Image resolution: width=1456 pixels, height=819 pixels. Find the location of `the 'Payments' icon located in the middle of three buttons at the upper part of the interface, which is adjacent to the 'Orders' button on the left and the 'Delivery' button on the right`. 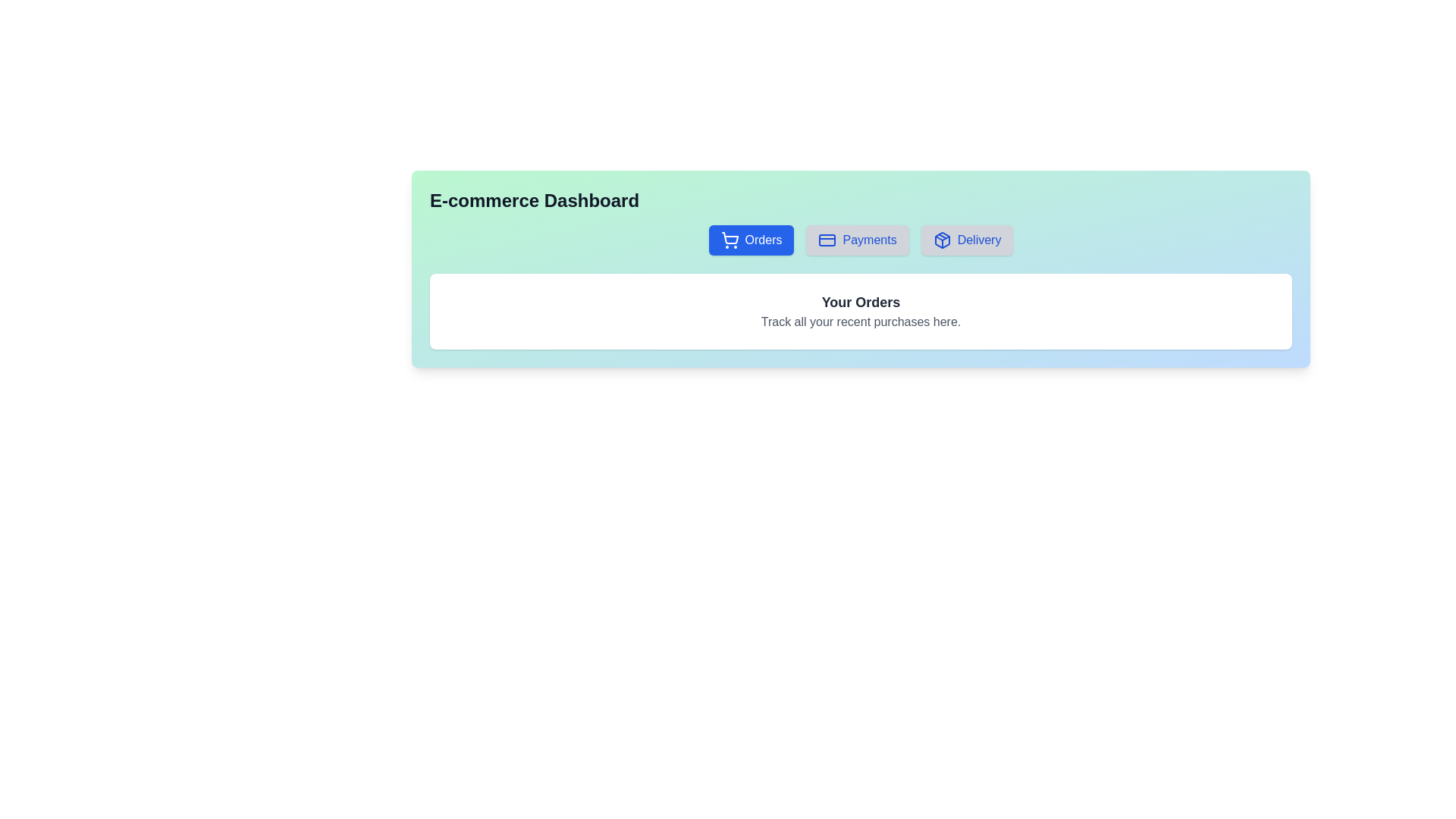

the 'Payments' icon located in the middle of three buttons at the upper part of the interface, which is adjacent to the 'Orders' button on the left and the 'Delivery' button on the right is located at coordinates (827, 239).